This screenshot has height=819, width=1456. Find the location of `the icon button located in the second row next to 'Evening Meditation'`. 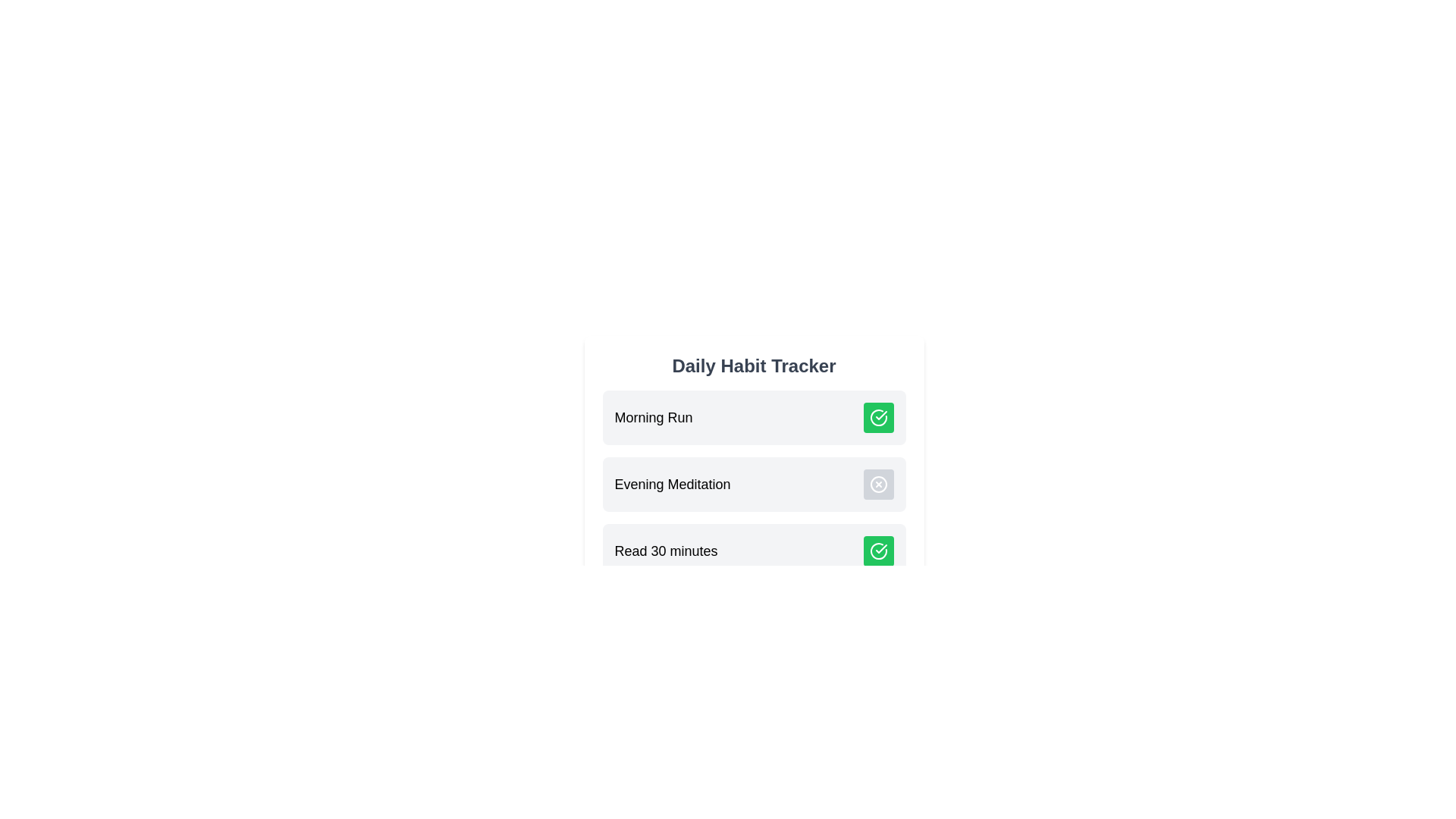

the icon button located in the second row next to 'Evening Meditation' is located at coordinates (878, 485).